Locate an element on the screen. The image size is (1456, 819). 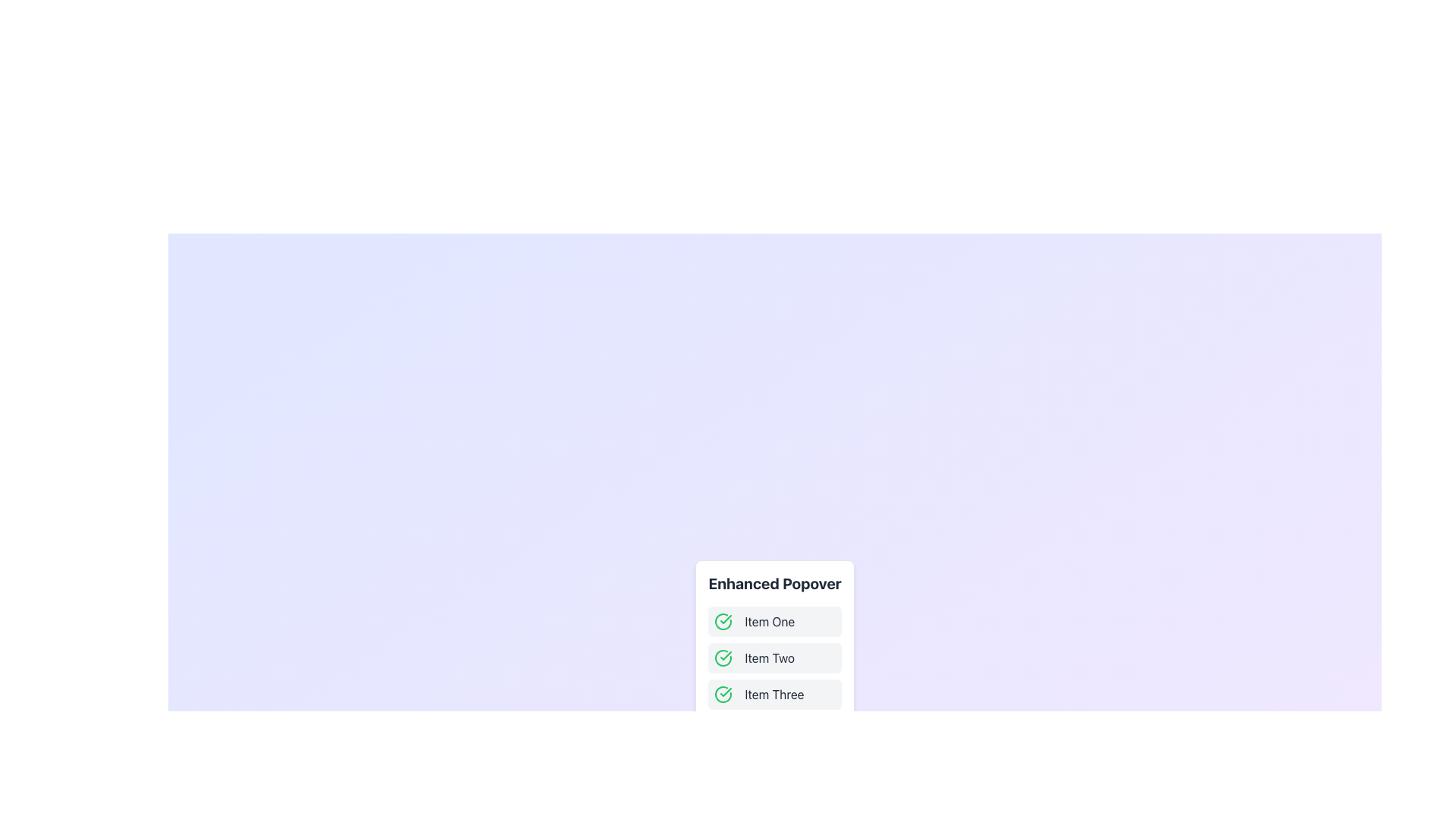
the green circular checkmark icon, which is visually distinct with a thick border and positioned to the left of the text 'Item Two' is located at coordinates (723, 657).